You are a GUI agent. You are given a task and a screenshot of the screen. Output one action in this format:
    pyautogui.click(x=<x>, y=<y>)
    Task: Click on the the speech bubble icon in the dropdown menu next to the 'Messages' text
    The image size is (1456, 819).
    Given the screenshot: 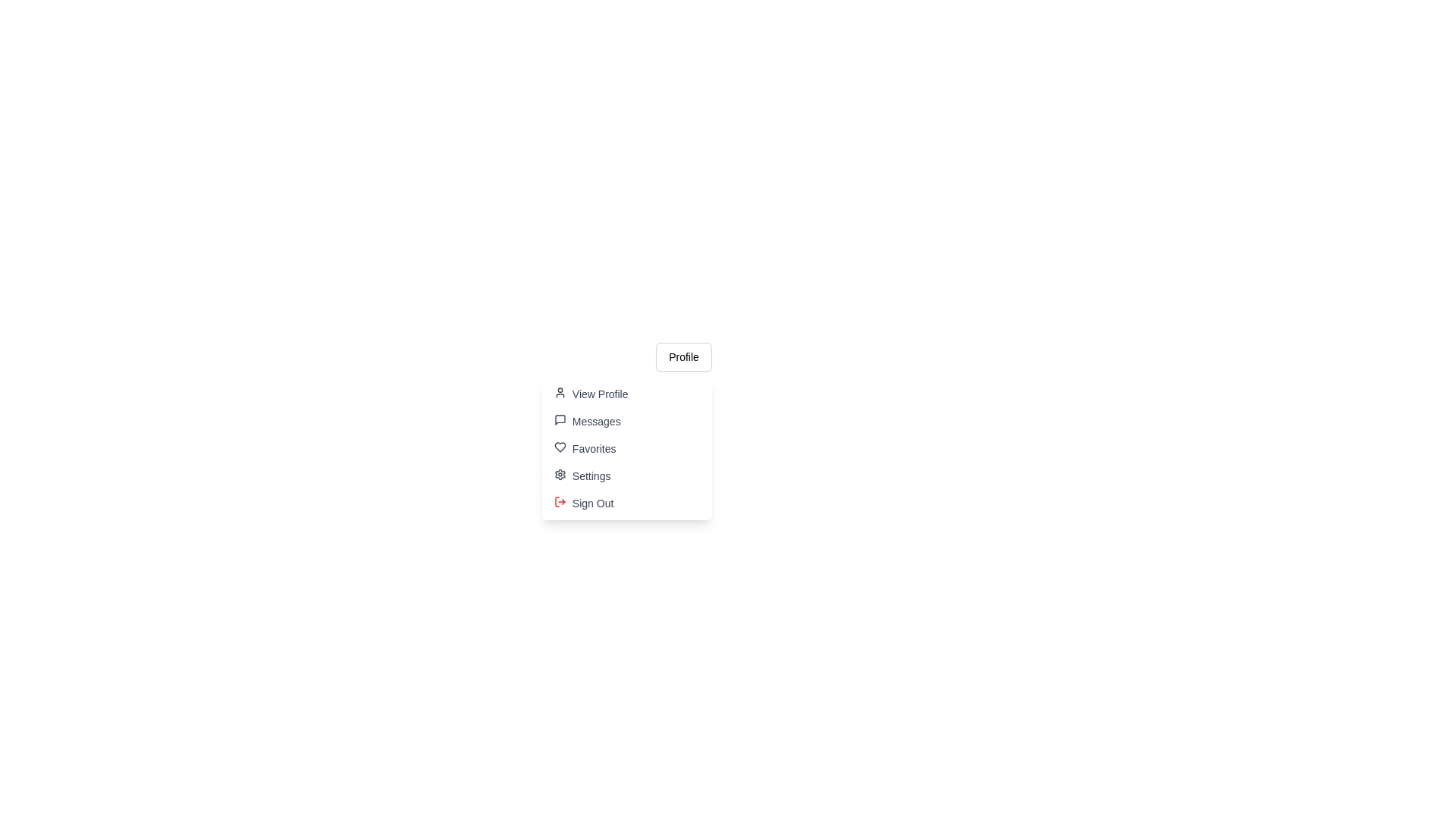 What is the action you would take?
    pyautogui.click(x=559, y=420)
    